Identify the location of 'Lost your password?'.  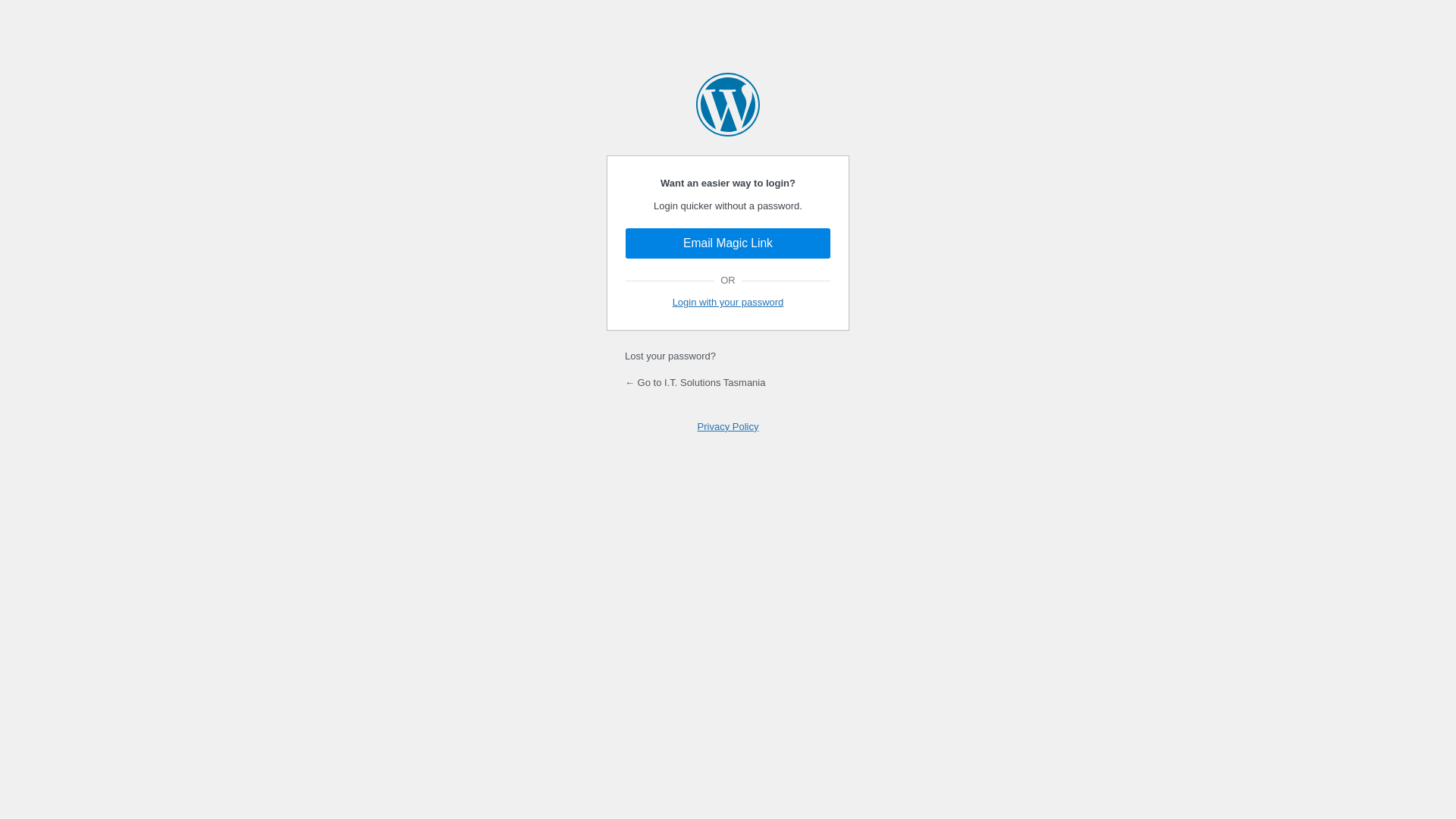
(669, 356).